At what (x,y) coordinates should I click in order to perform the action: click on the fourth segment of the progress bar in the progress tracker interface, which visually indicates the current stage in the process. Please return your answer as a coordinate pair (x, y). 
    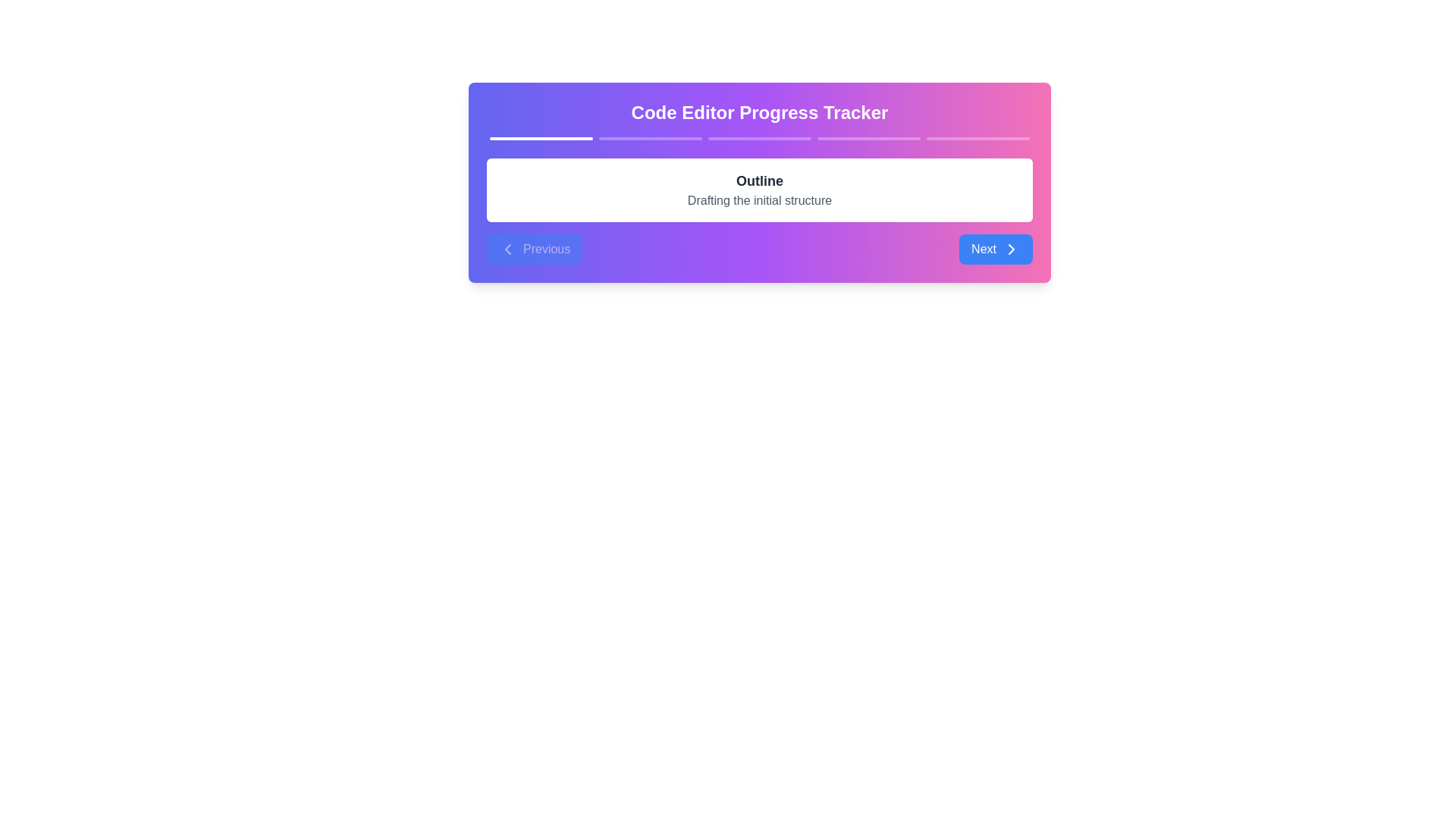
    Looking at the image, I should click on (869, 138).